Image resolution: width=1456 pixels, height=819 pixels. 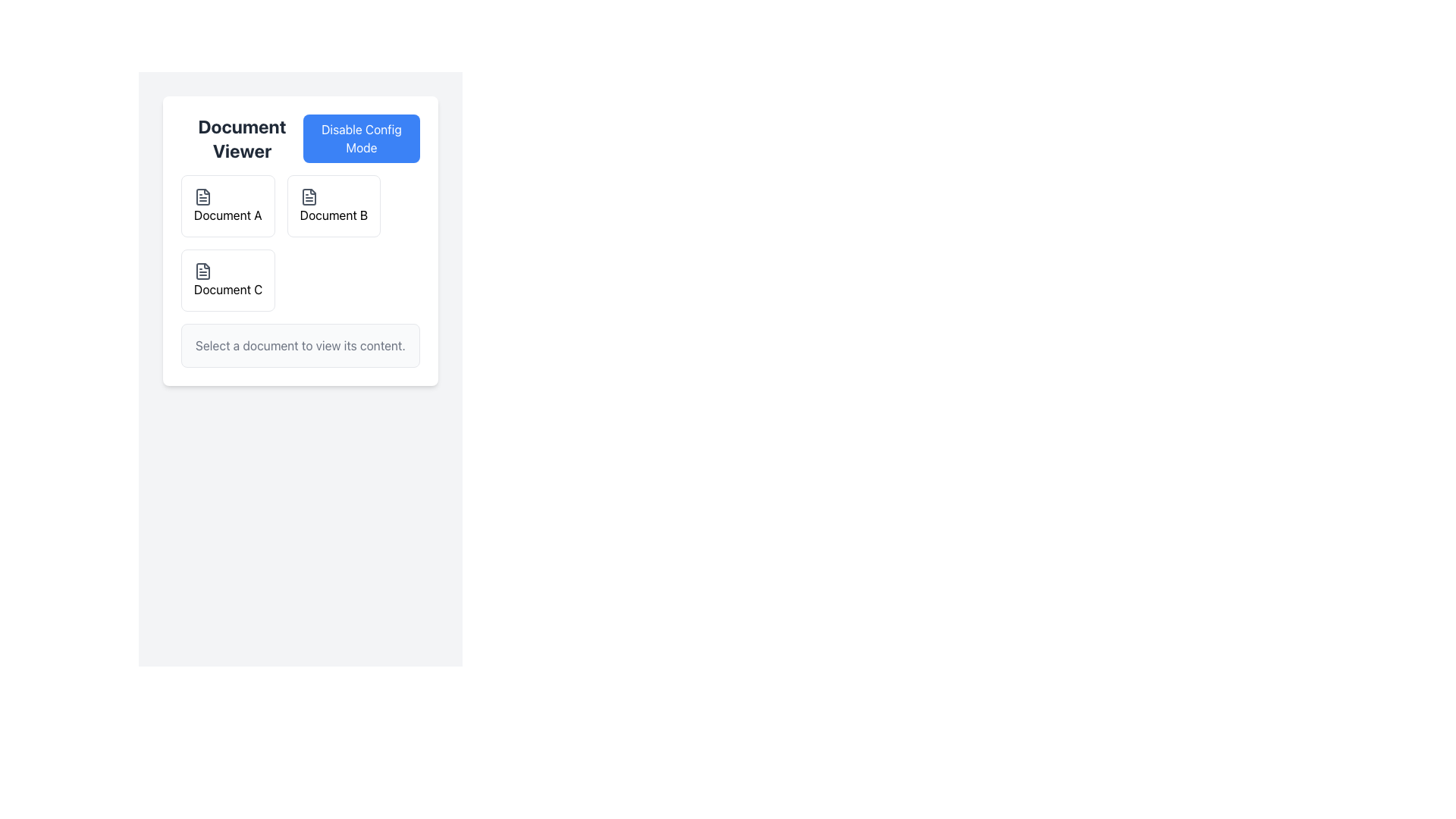 I want to click on the interactive document selector element representing 'Document B', so click(x=300, y=242).